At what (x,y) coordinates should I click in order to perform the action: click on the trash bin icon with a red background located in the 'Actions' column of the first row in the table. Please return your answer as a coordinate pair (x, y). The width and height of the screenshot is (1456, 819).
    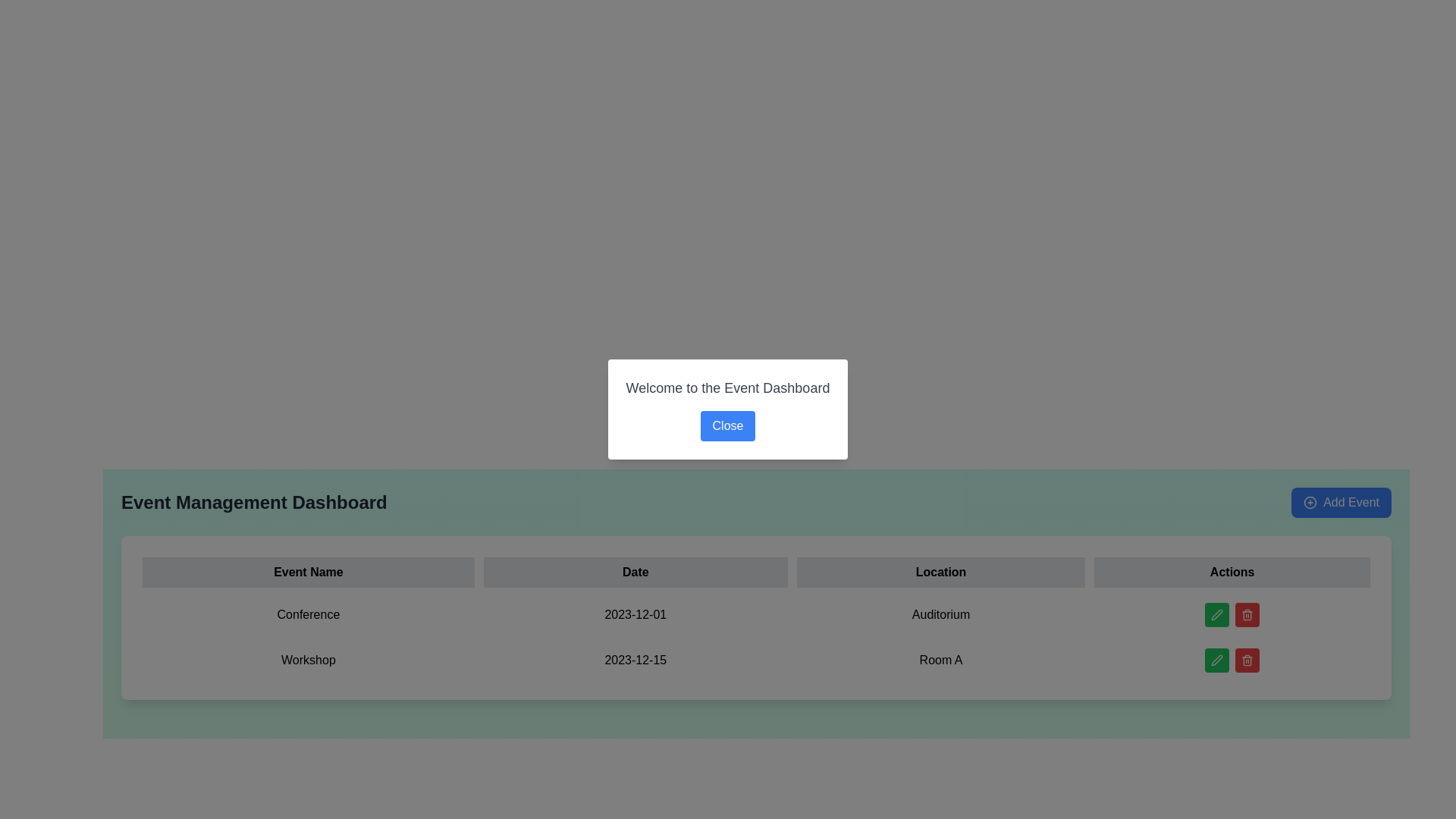
    Looking at the image, I should click on (1247, 614).